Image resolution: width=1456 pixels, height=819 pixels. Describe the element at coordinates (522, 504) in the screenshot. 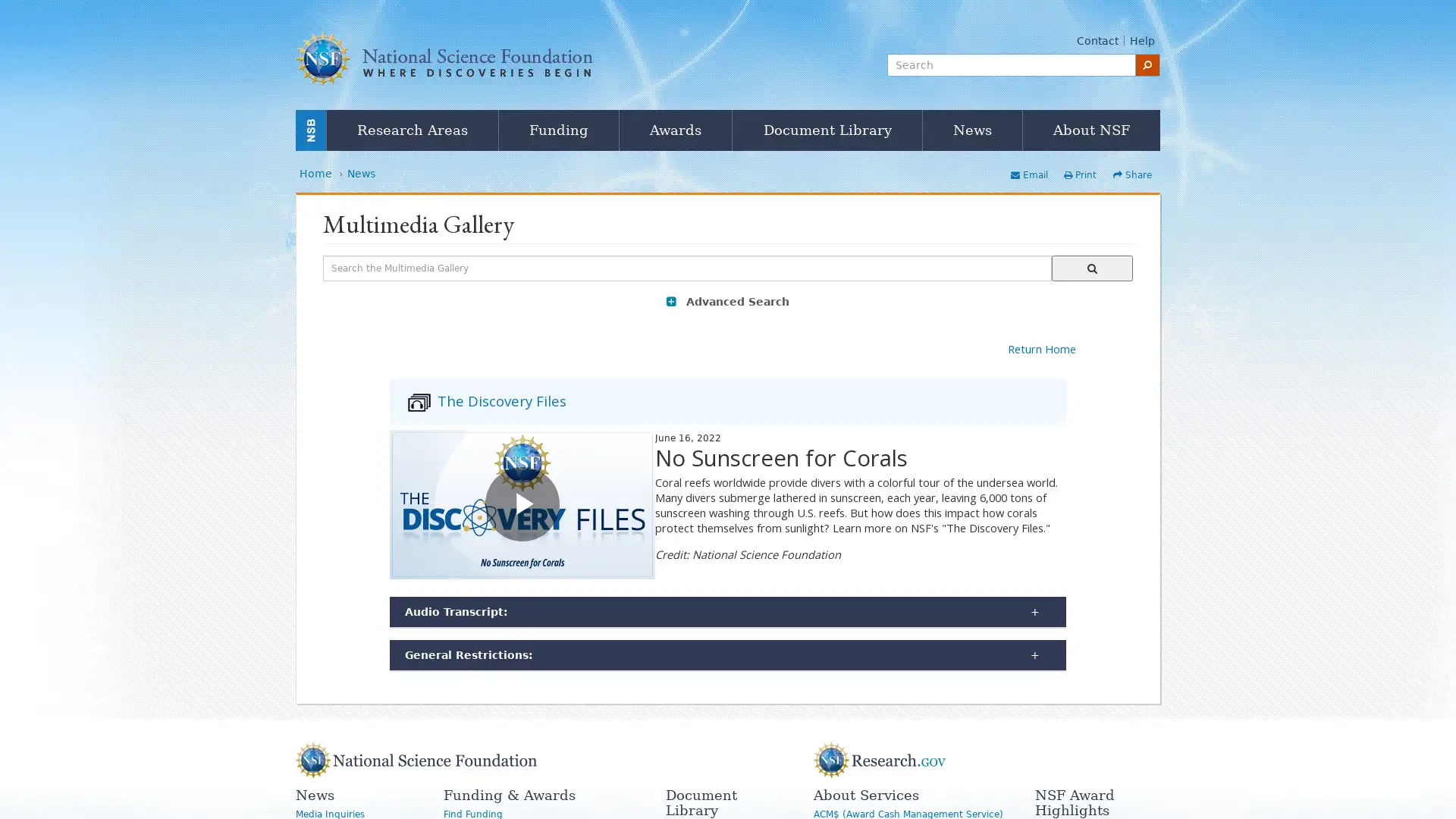

I see `video post` at that location.